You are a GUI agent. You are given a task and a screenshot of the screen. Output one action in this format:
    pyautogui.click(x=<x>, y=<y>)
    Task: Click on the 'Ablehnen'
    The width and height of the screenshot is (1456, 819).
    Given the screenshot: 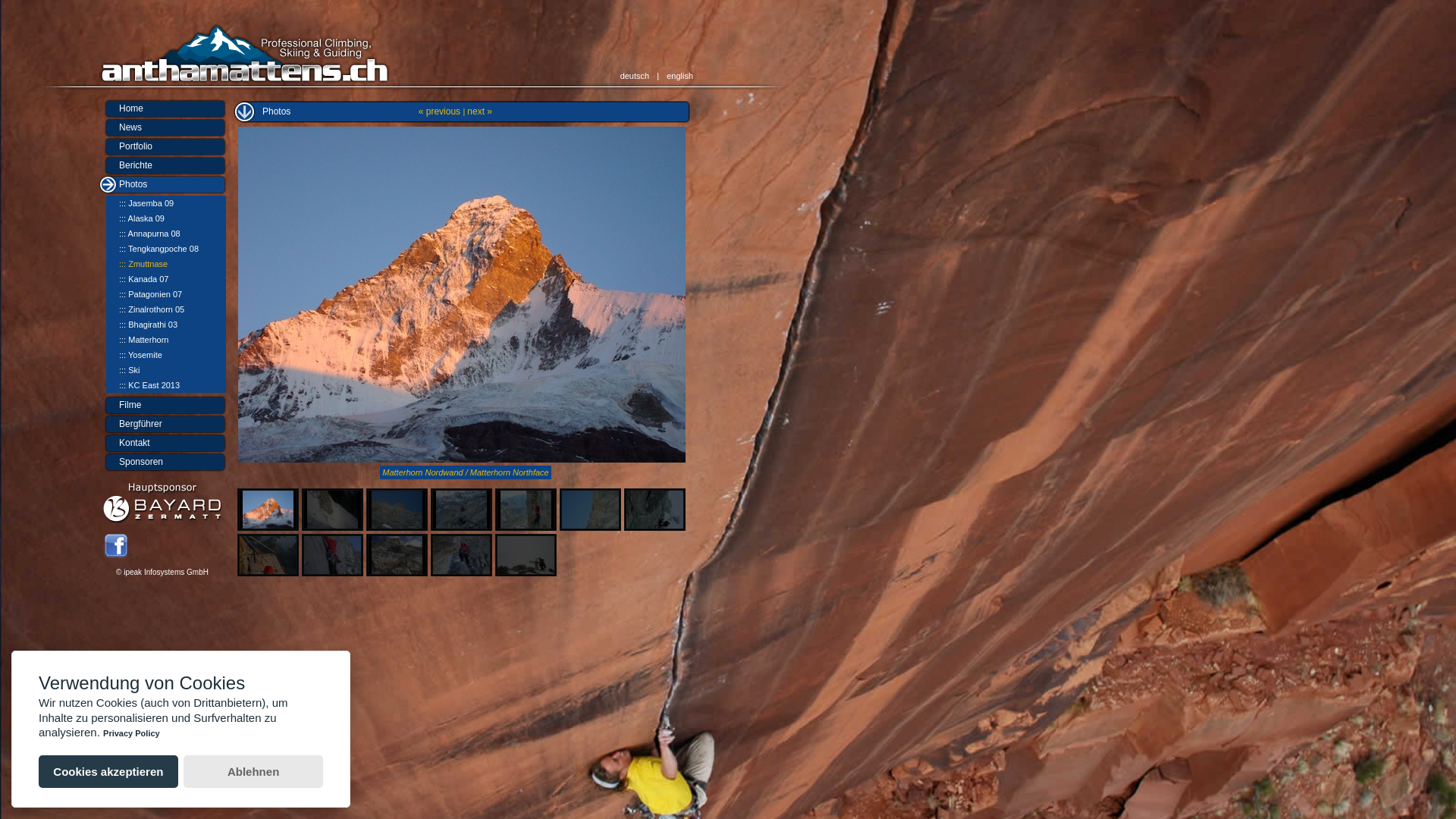 What is the action you would take?
    pyautogui.click(x=253, y=771)
    